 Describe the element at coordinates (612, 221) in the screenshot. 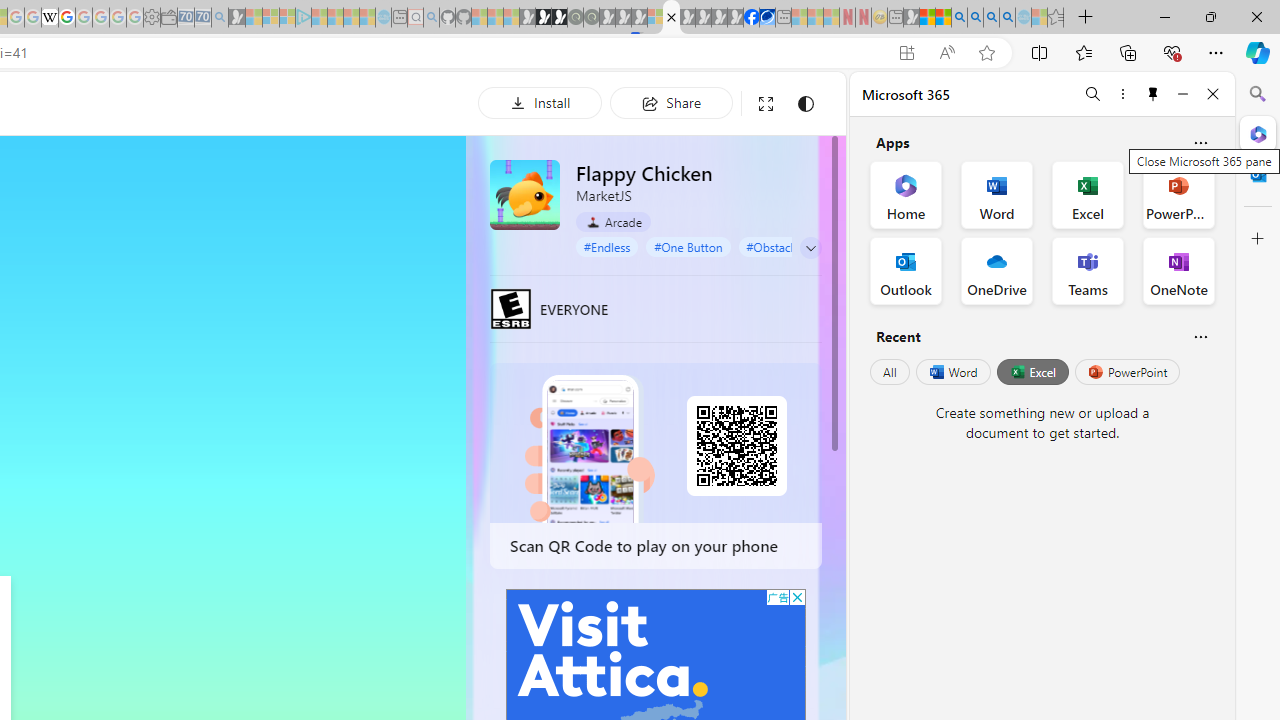

I see `'Arcade'` at that location.